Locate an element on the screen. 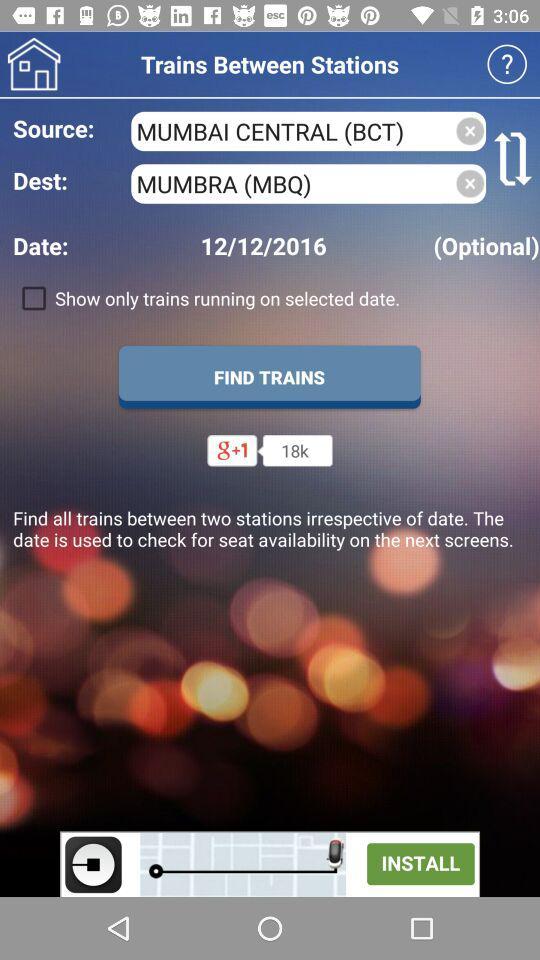 This screenshot has width=540, height=960. the home icon is located at coordinates (33, 64).